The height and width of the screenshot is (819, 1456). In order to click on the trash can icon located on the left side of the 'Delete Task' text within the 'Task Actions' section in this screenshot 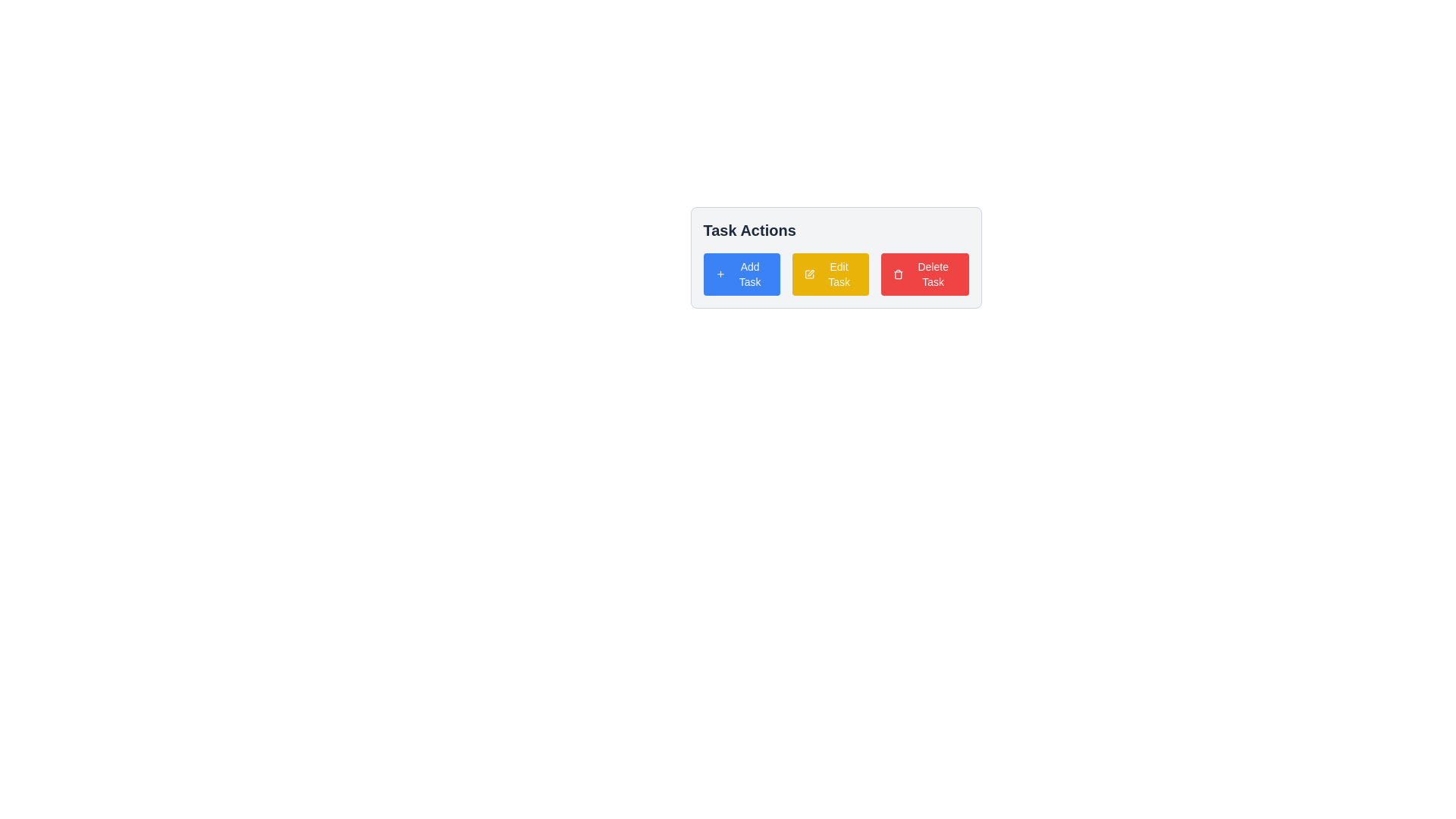, I will do `click(899, 275)`.